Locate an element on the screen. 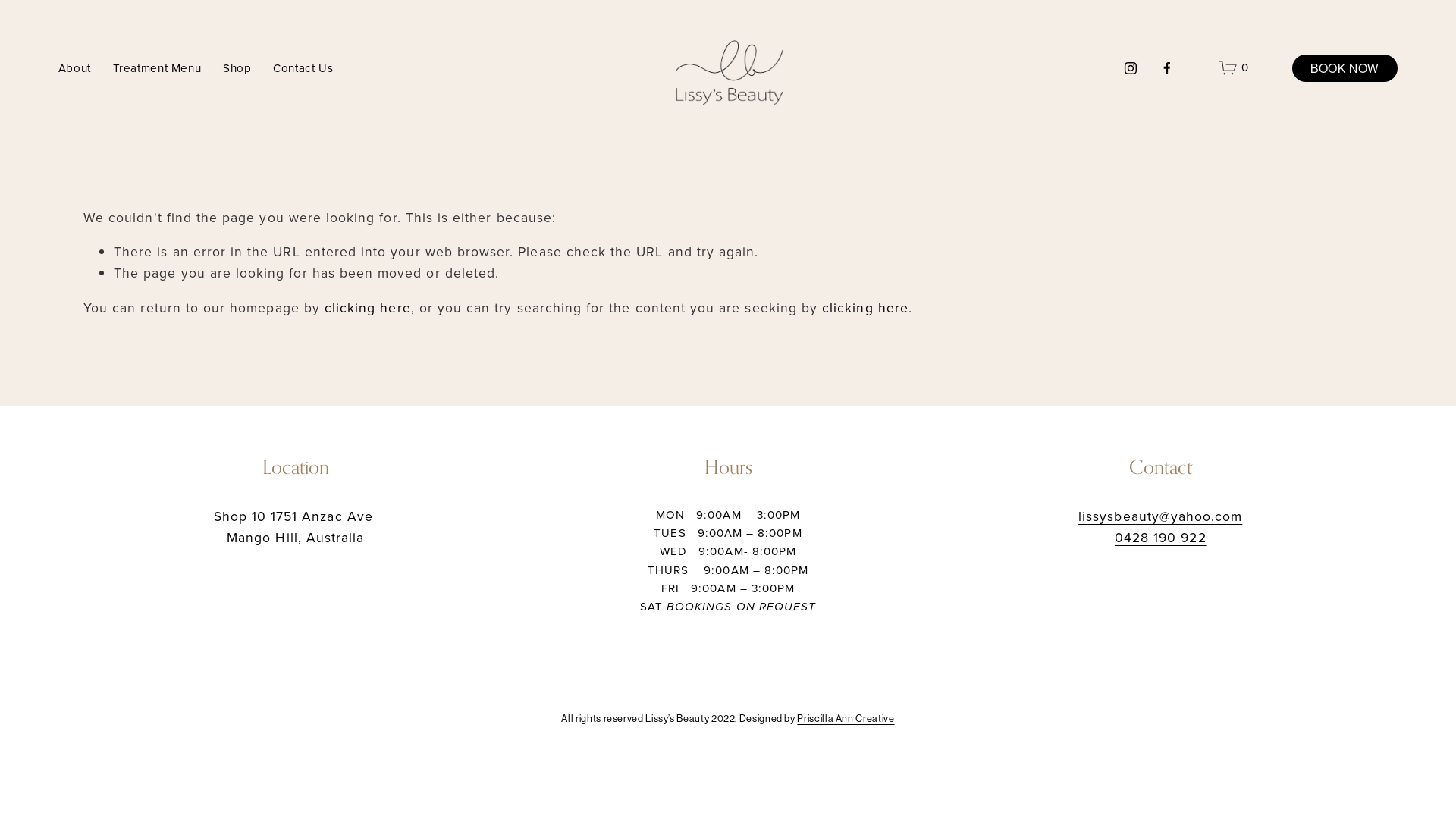 The image size is (1456, 819). '0' is located at coordinates (1233, 67).